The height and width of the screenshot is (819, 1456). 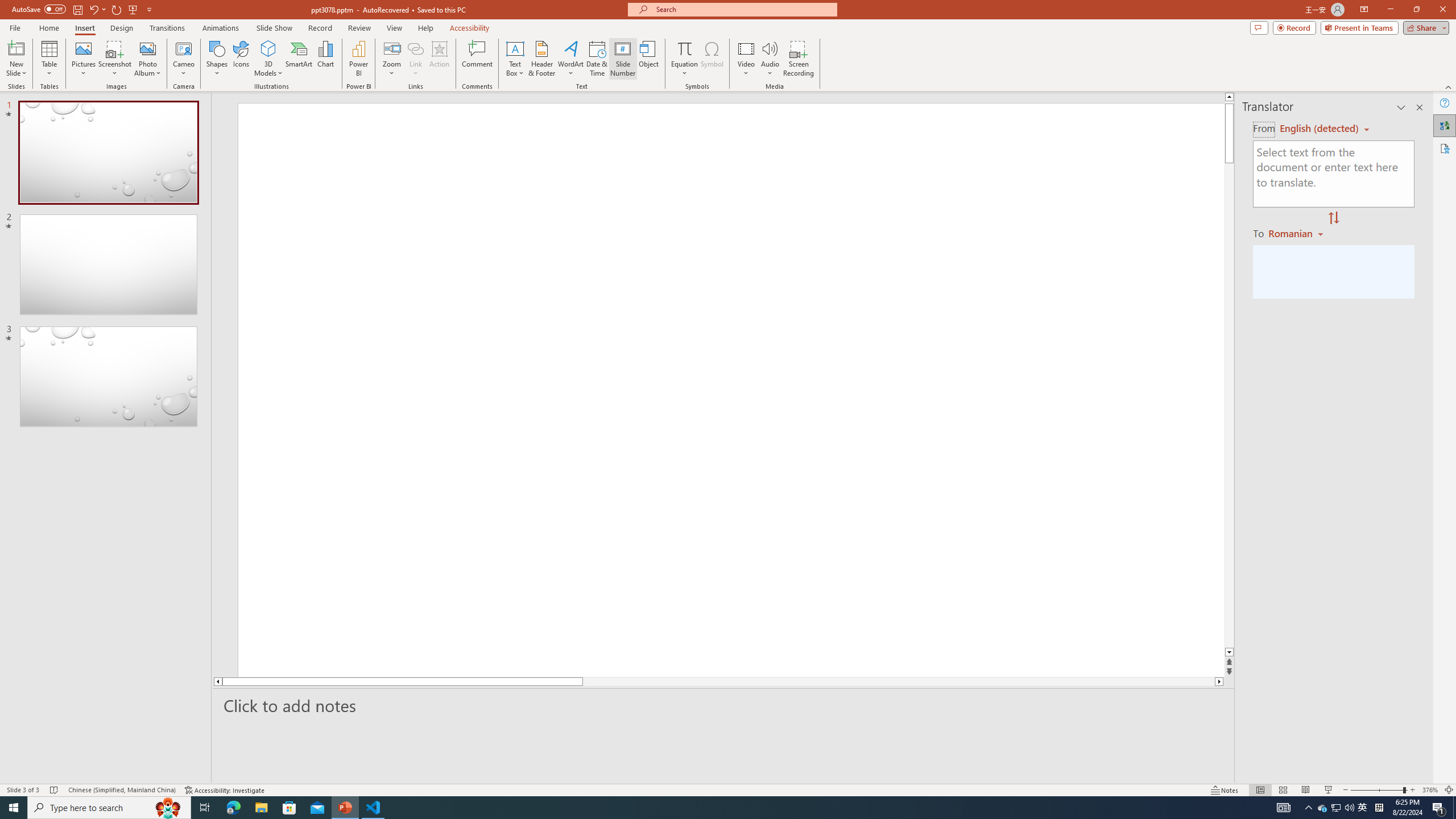 What do you see at coordinates (476, 59) in the screenshot?
I see `'Comment'` at bounding box center [476, 59].